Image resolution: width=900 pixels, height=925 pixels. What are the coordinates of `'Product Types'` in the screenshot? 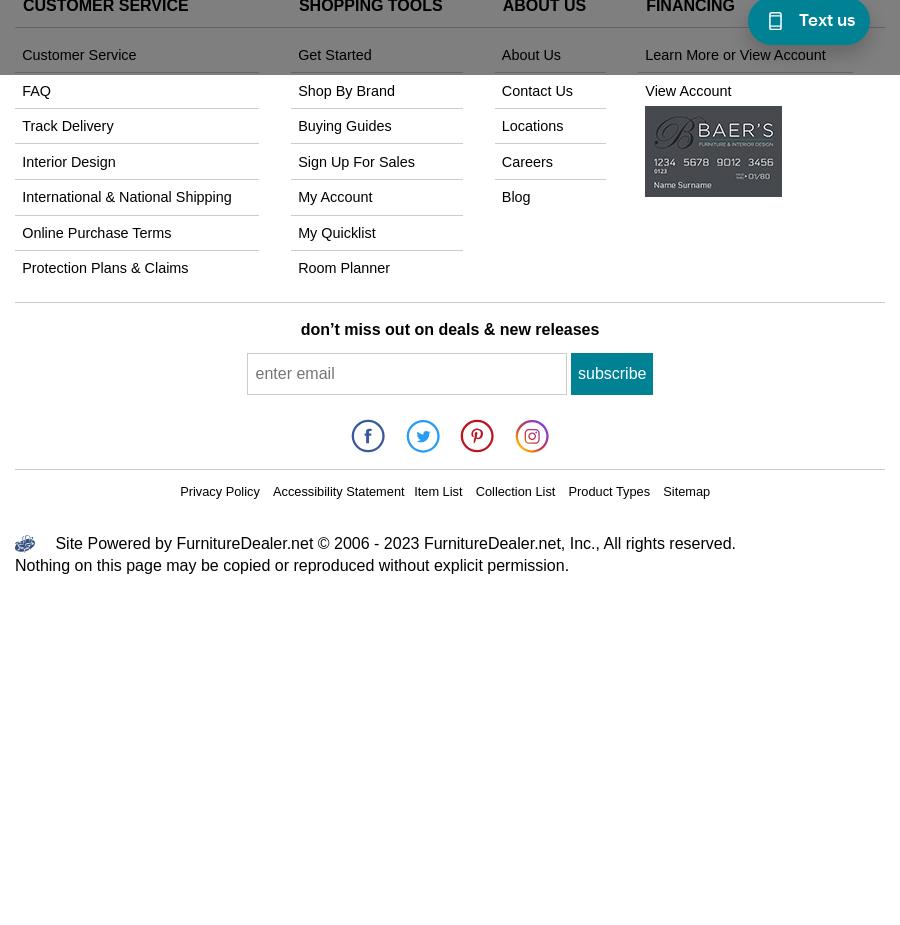 It's located at (567, 490).